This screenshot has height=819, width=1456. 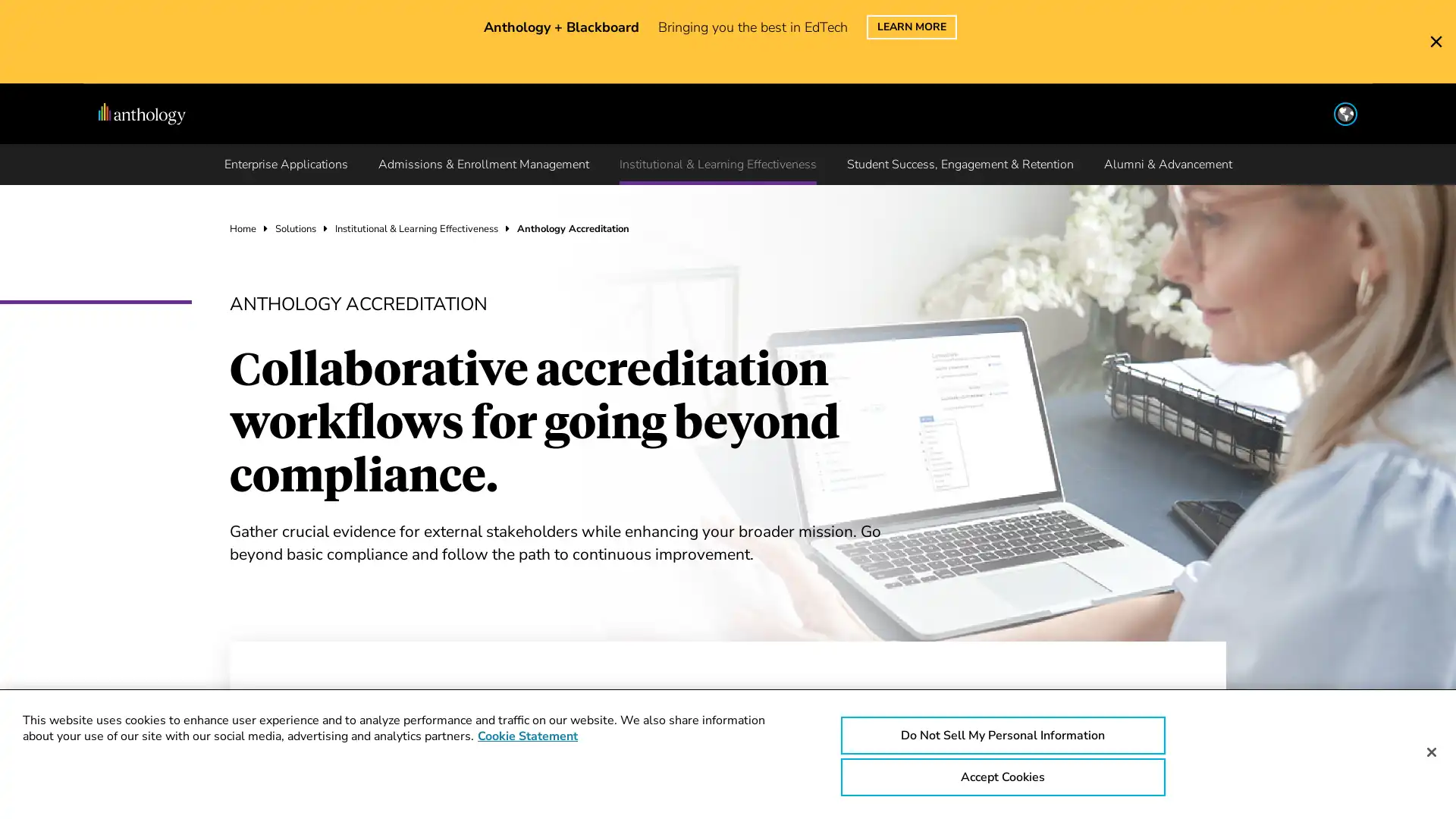 I want to click on Close, so click(x=1430, y=752).